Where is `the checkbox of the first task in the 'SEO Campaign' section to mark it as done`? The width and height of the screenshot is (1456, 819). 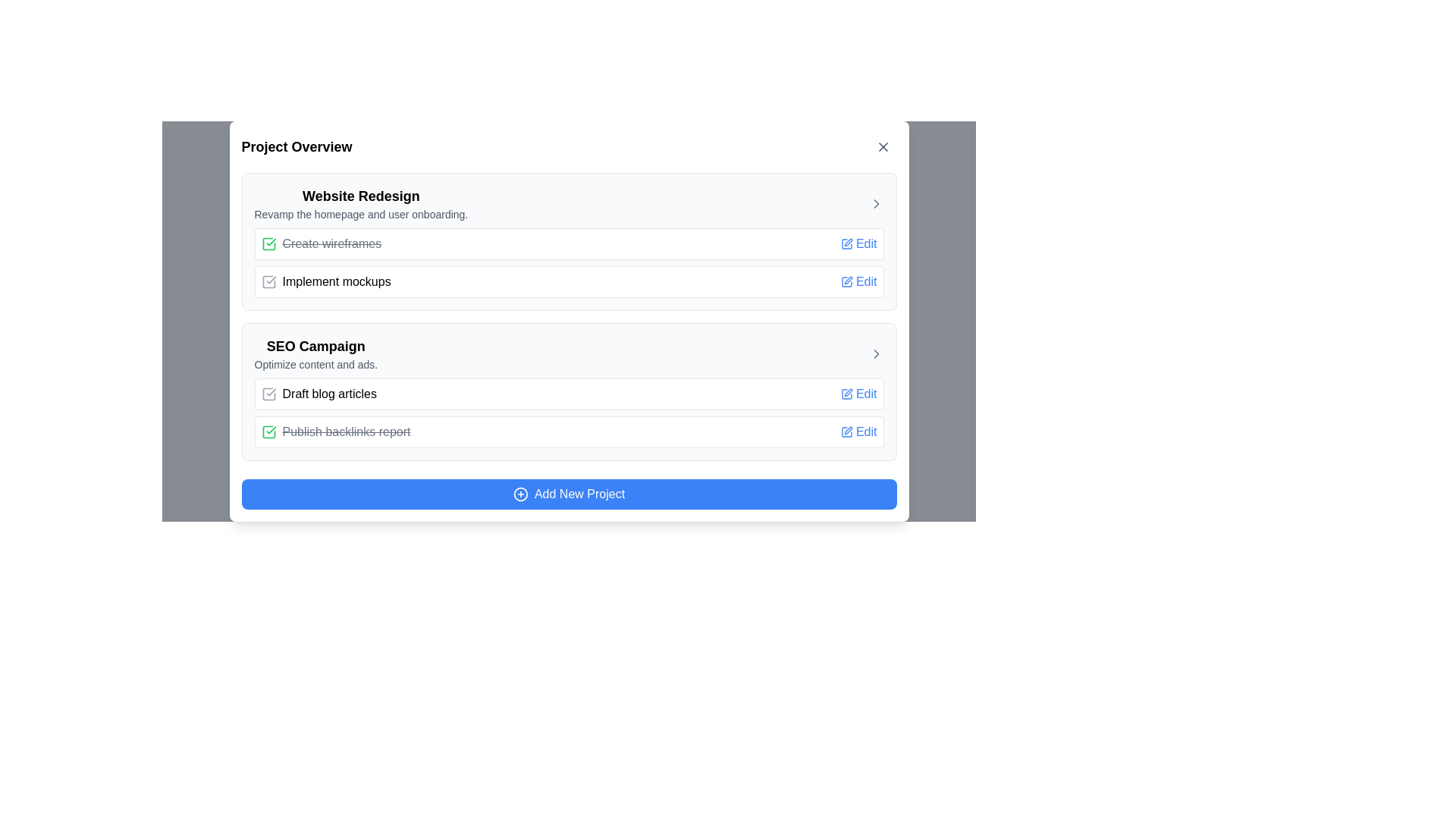 the checkbox of the first task in the 'SEO Campaign' section to mark it as done is located at coordinates (568, 413).